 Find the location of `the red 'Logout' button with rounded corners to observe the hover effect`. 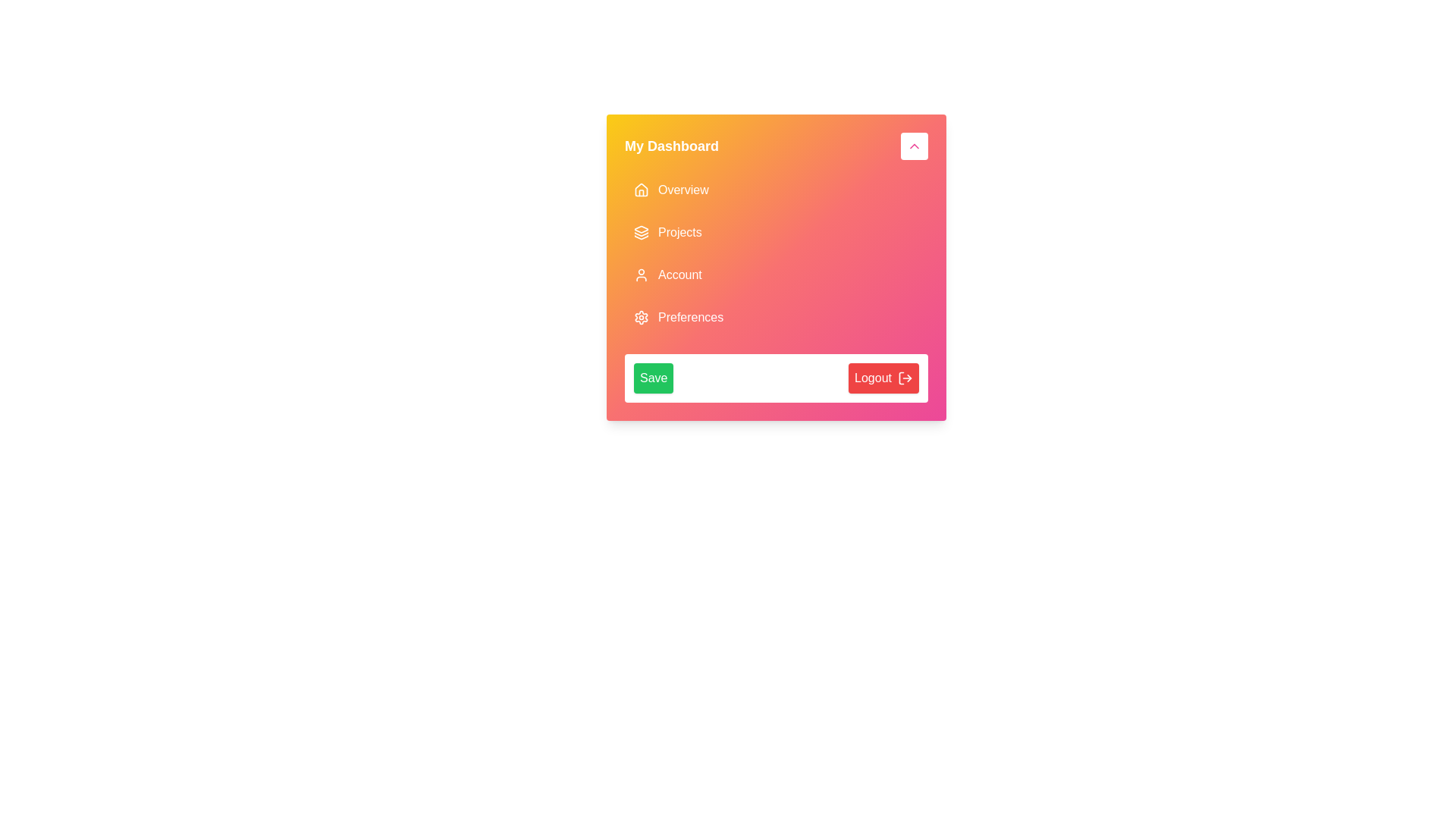

the red 'Logout' button with rounded corners to observe the hover effect is located at coordinates (883, 377).